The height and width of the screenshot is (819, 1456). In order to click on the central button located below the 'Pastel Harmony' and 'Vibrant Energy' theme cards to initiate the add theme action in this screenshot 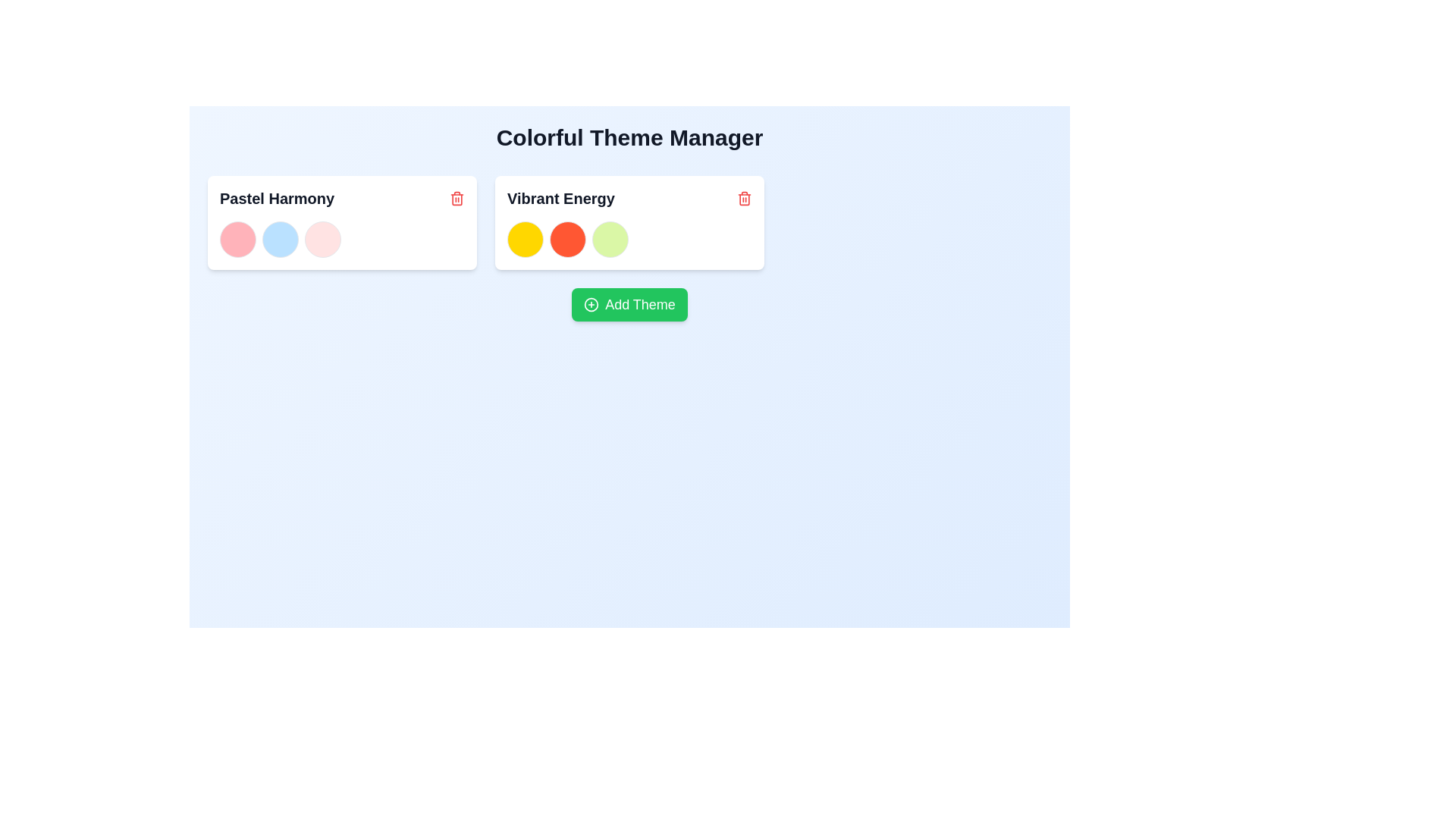, I will do `click(629, 304)`.